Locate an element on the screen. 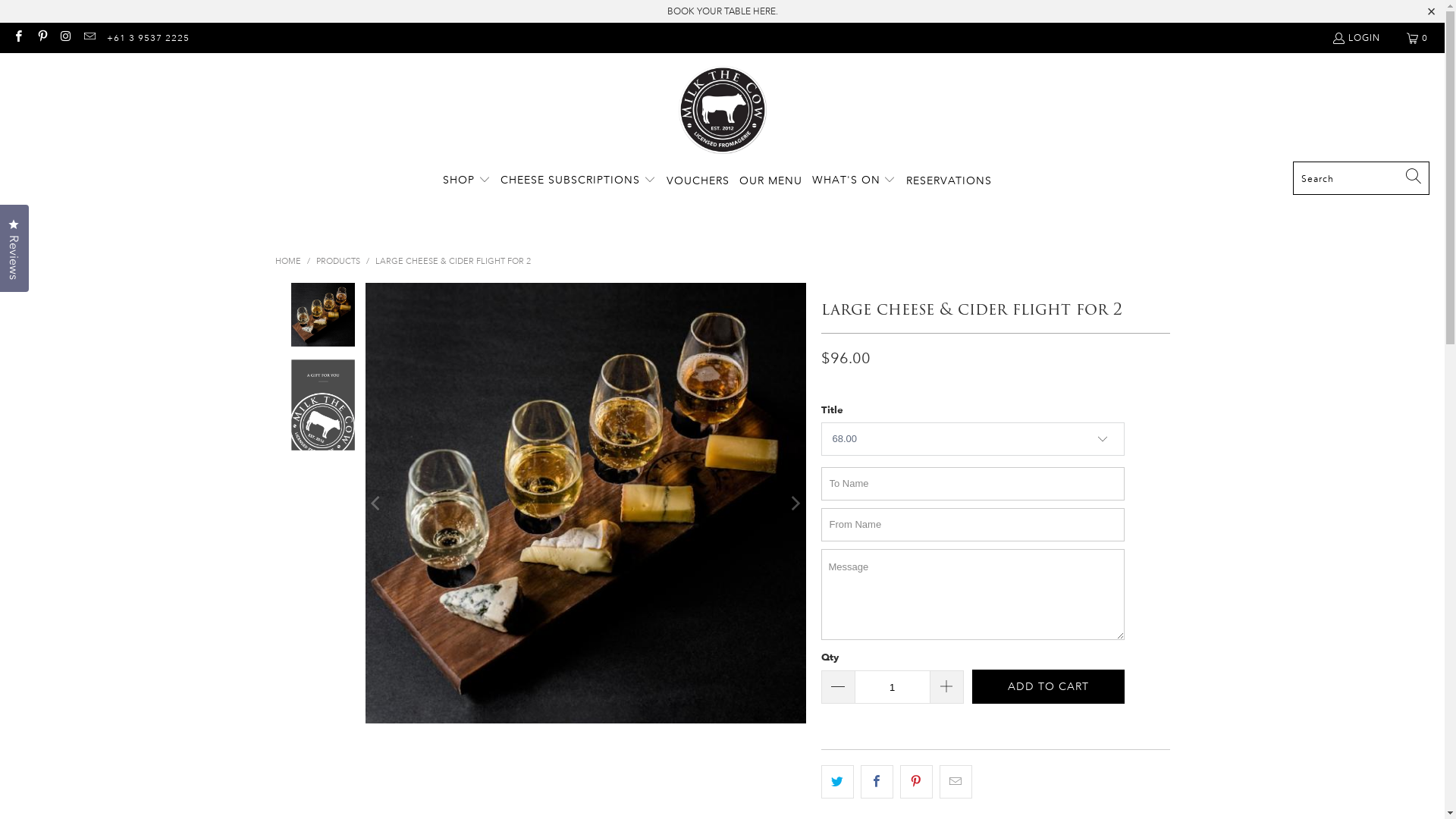  'Milk the Cow Licensed Fromagerie' is located at coordinates (722, 110).